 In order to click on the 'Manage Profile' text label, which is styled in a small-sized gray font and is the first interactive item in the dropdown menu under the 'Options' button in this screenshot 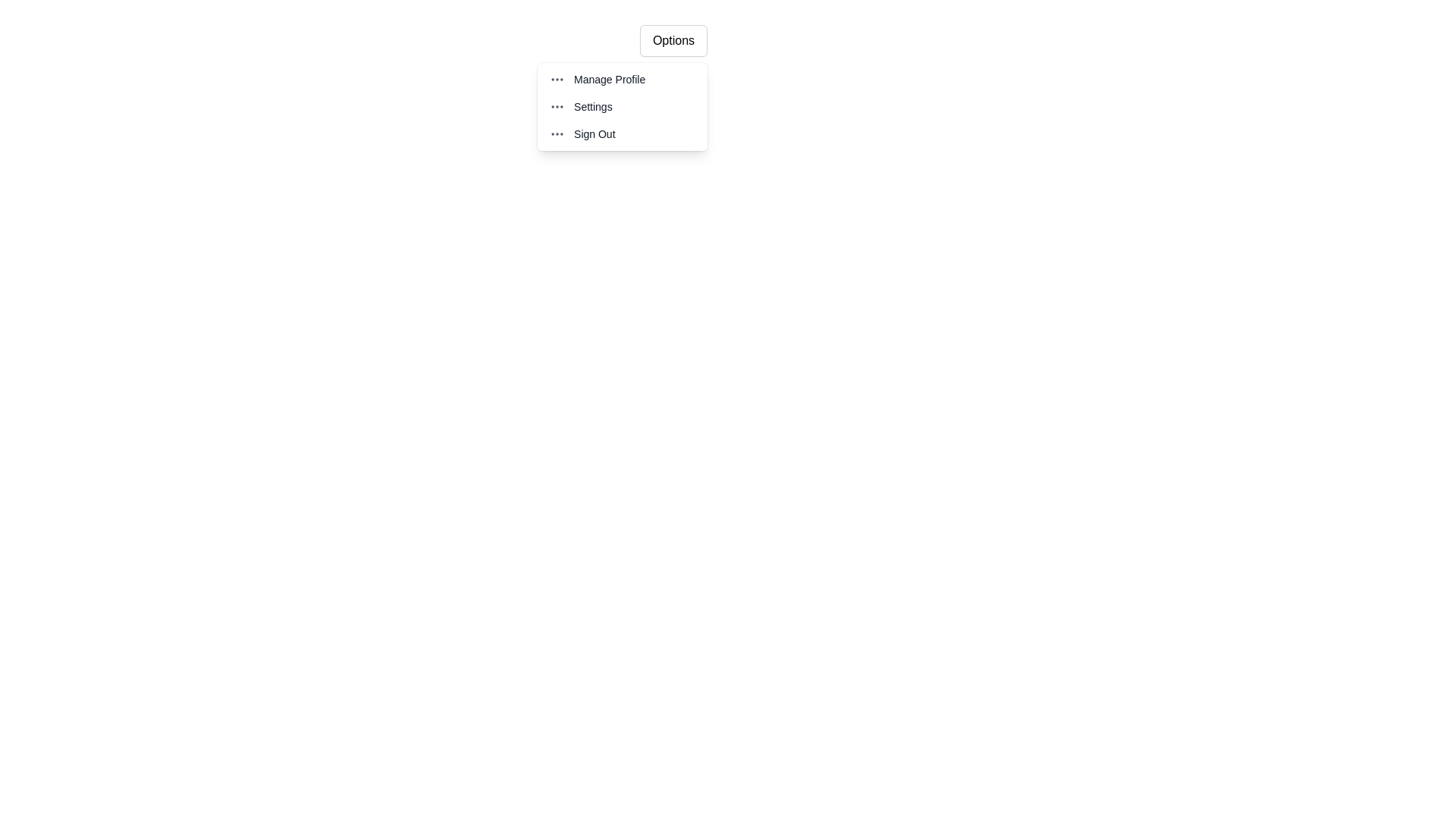, I will do `click(610, 79)`.